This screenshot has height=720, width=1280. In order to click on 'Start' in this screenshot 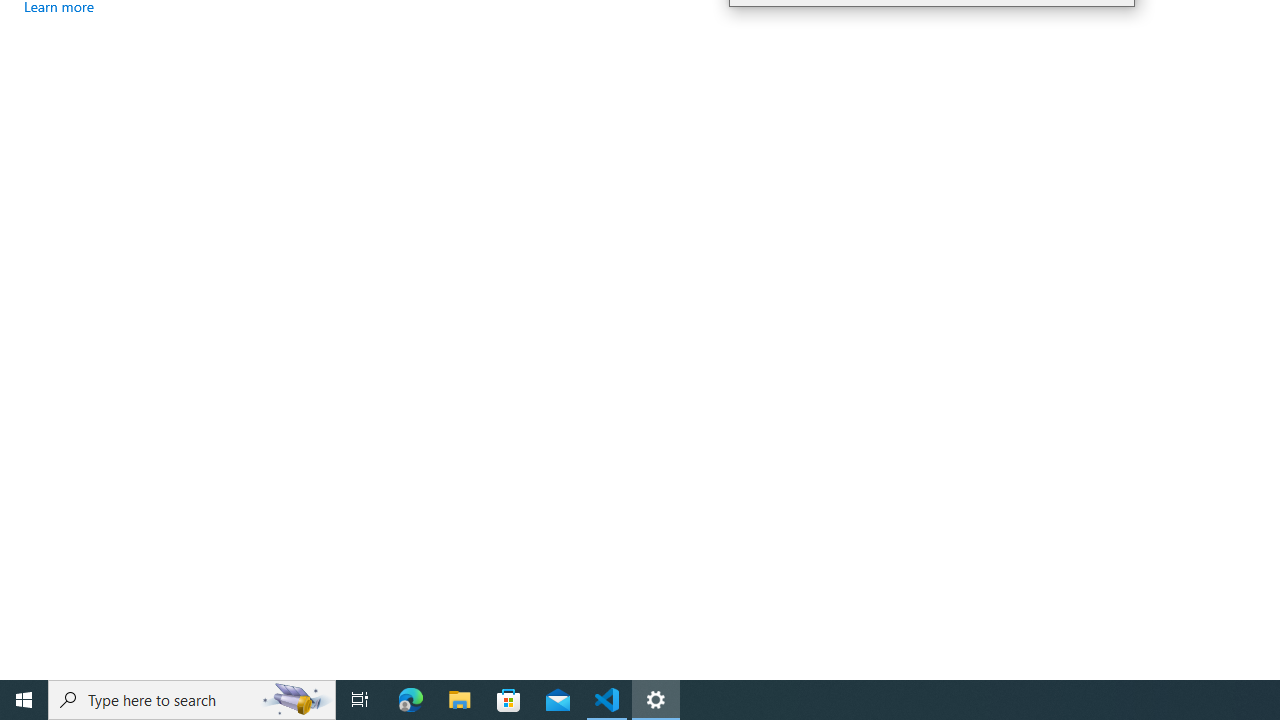, I will do `click(24, 698)`.